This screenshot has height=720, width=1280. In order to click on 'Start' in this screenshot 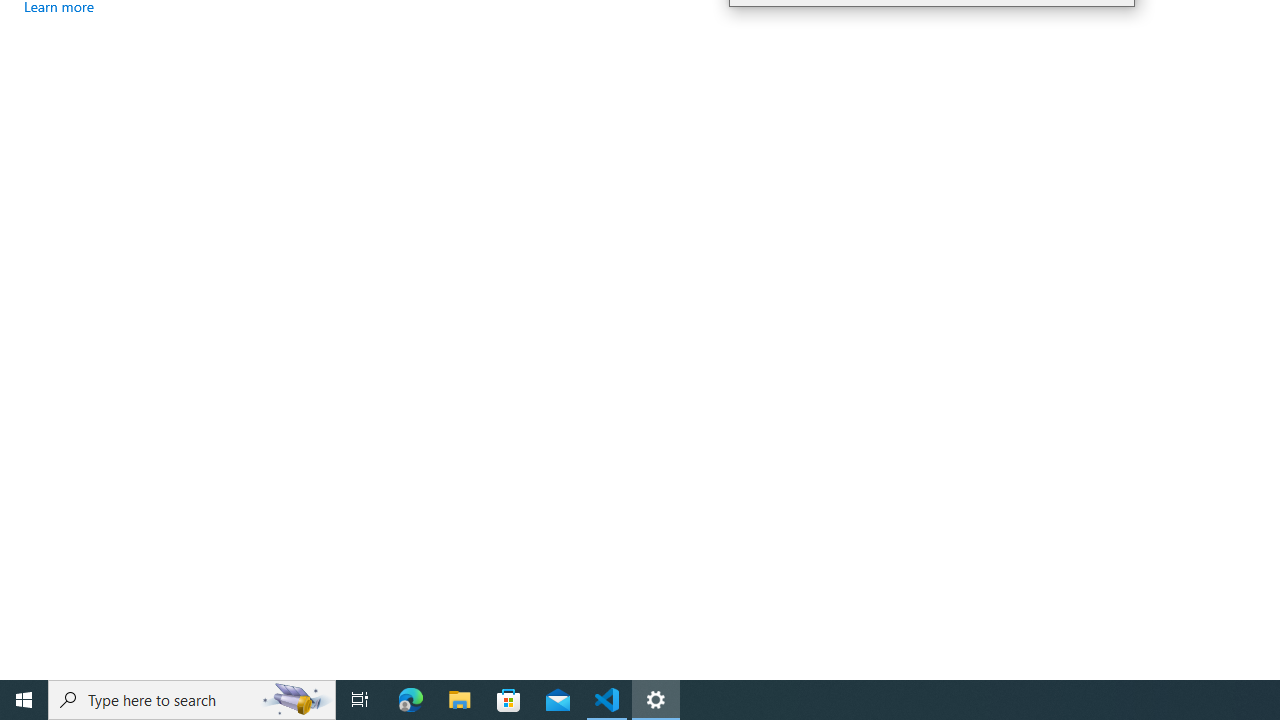, I will do `click(24, 698)`.